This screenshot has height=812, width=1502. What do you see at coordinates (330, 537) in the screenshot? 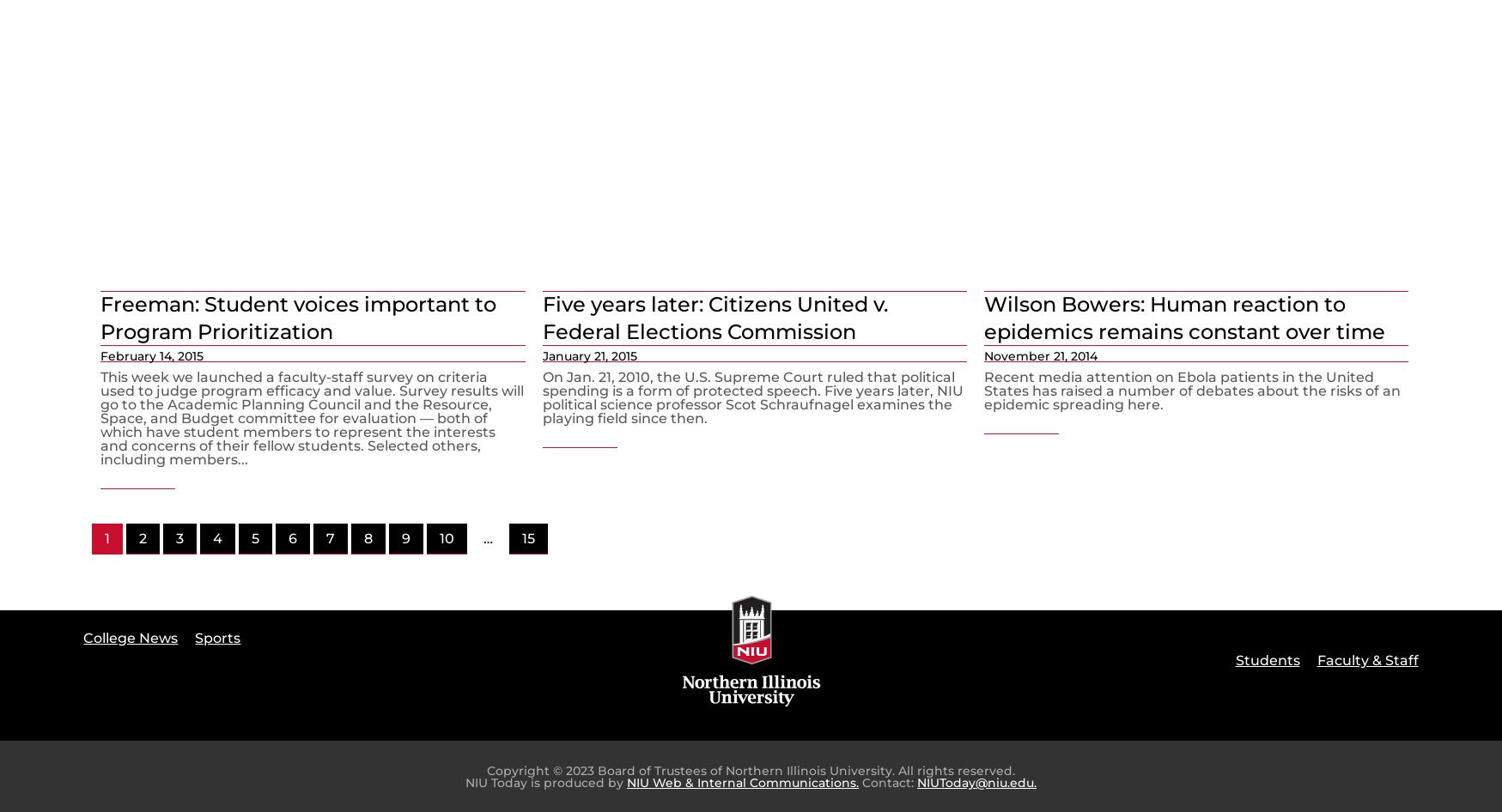
I see `'7'` at bounding box center [330, 537].